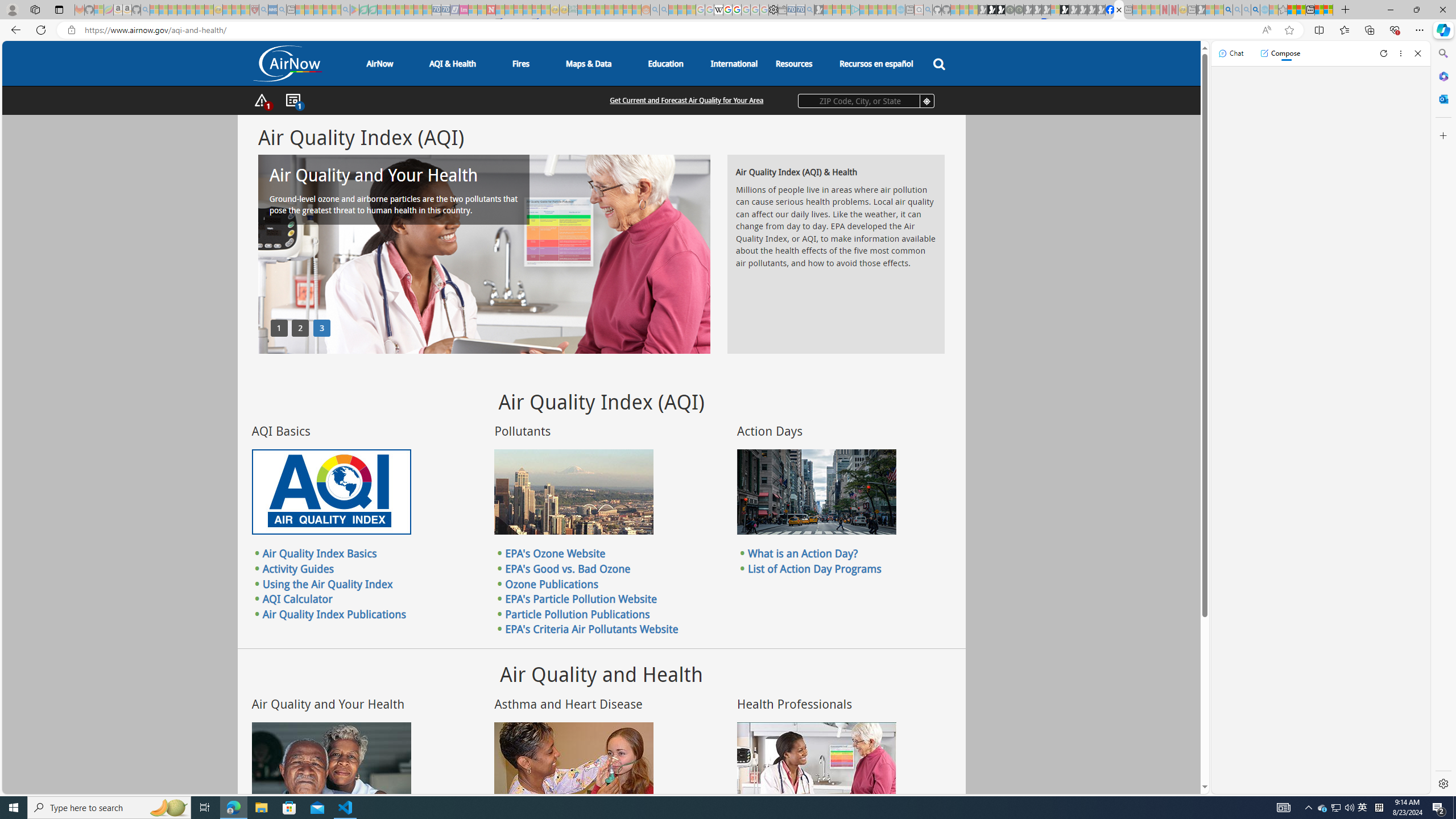  I want to click on 'Air Now Logo', so click(287, 63).